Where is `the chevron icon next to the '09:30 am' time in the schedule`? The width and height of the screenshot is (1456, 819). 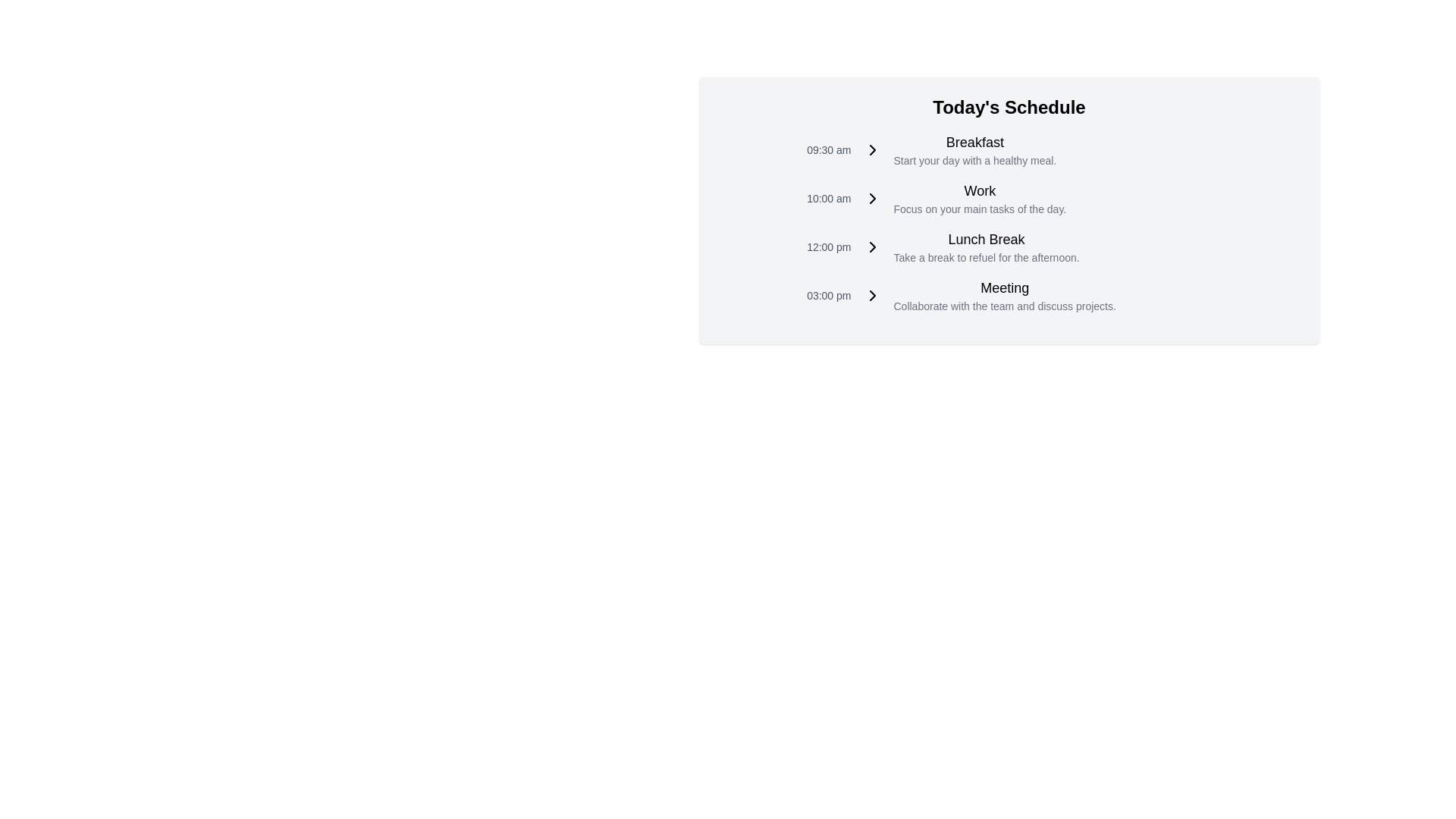
the chevron icon next to the '09:30 am' time in the schedule is located at coordinates (872, 149).